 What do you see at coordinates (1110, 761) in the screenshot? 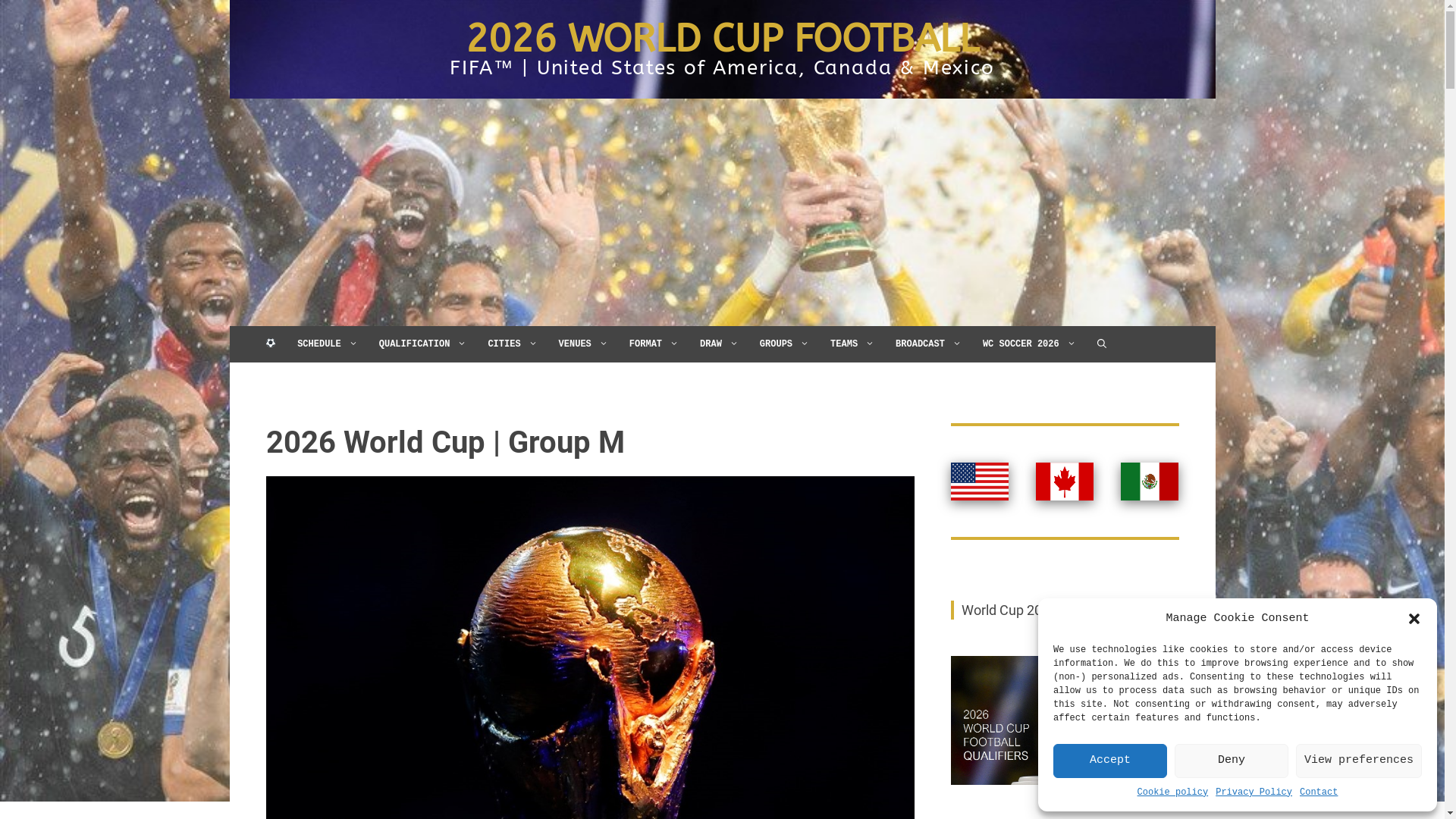
I see `'Accept'` at bounding box center [1110, 761].